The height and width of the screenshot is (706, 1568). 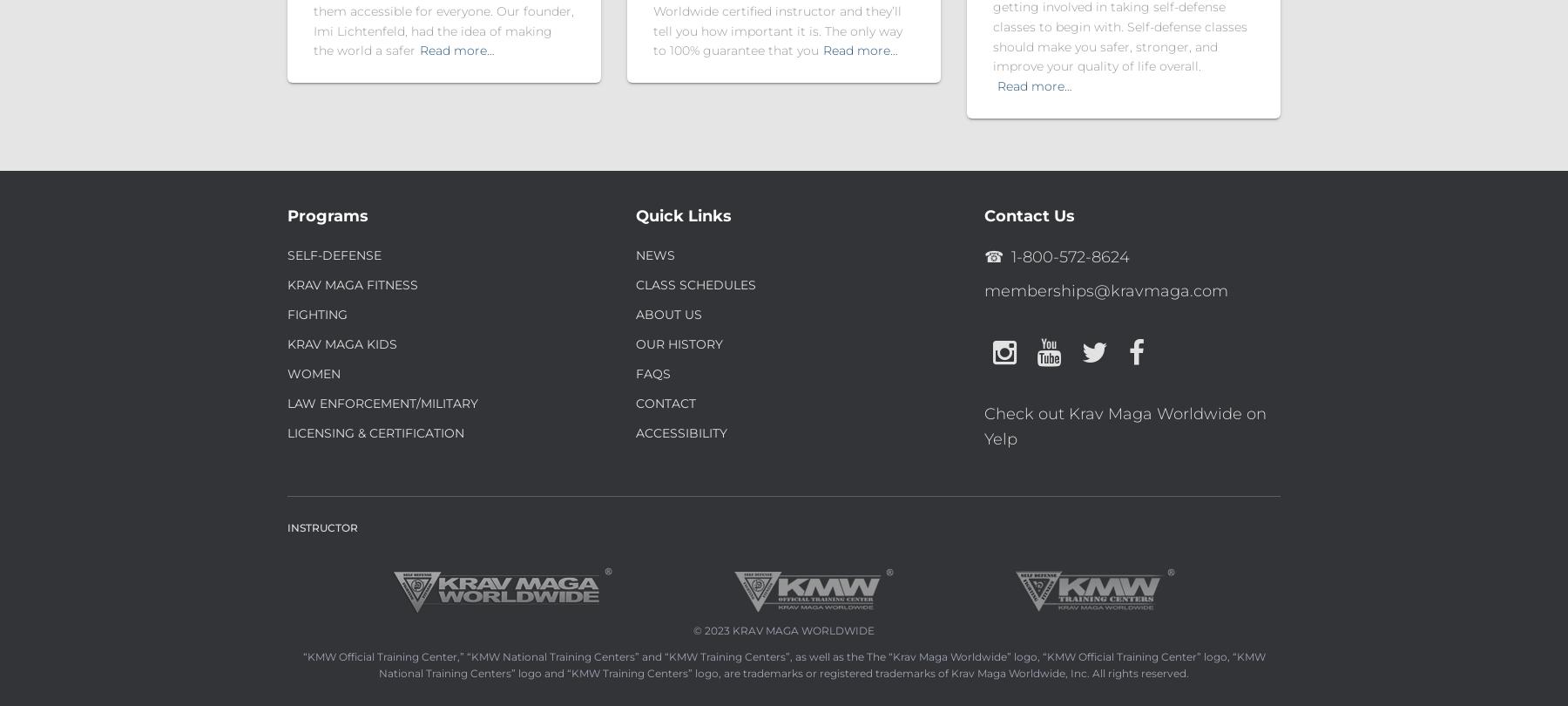 What do you see at coordinates (375, 431) in the screenshot?
I see `'Licensing & Certification'` at bounding box center [375, 431].